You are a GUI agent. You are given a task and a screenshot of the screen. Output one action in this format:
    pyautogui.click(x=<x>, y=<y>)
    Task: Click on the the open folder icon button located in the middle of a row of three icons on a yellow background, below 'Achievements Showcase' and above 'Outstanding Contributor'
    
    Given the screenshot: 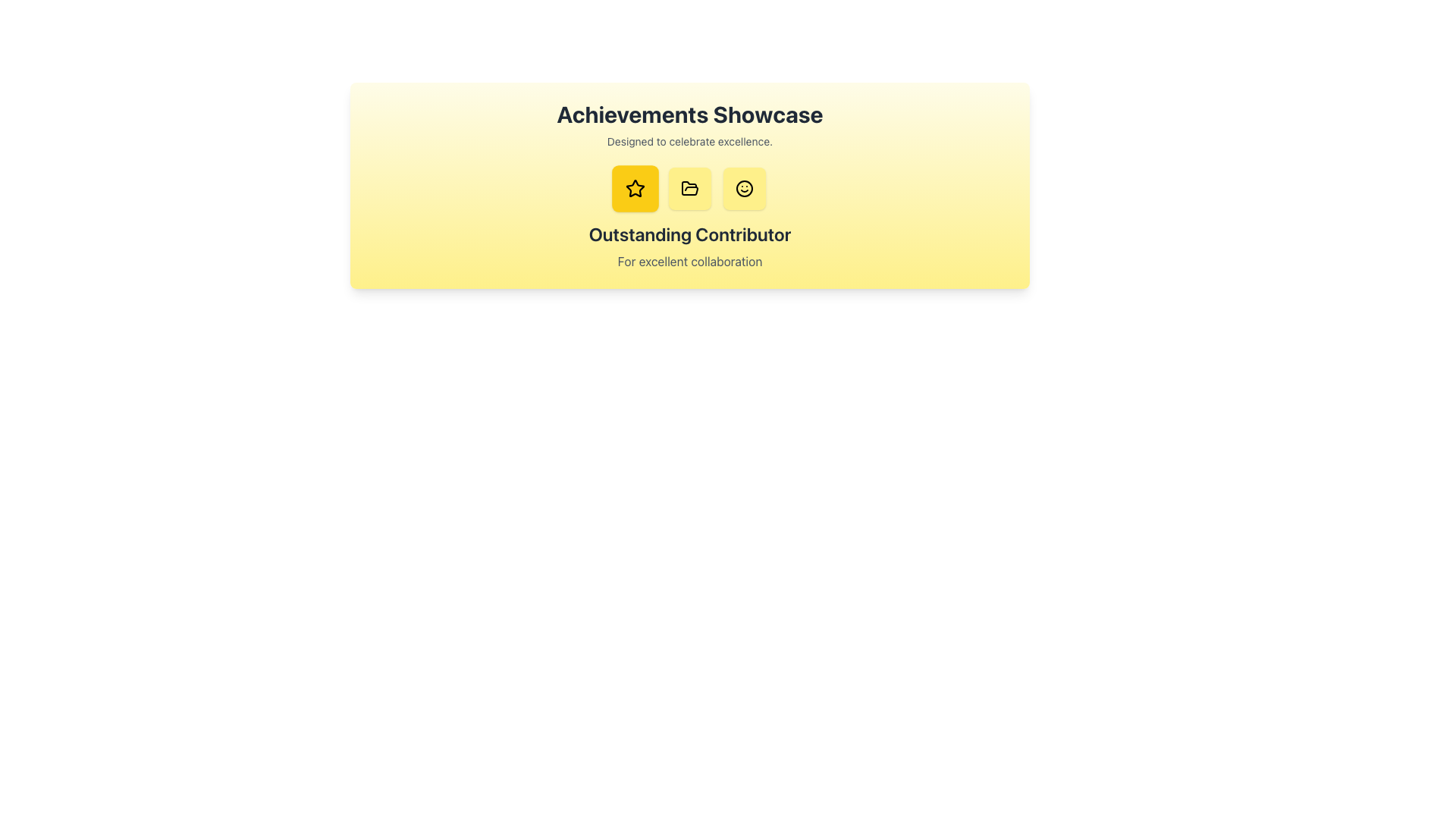 What is the action you would take?
    pyautogui.click(x=689, y=188)
    